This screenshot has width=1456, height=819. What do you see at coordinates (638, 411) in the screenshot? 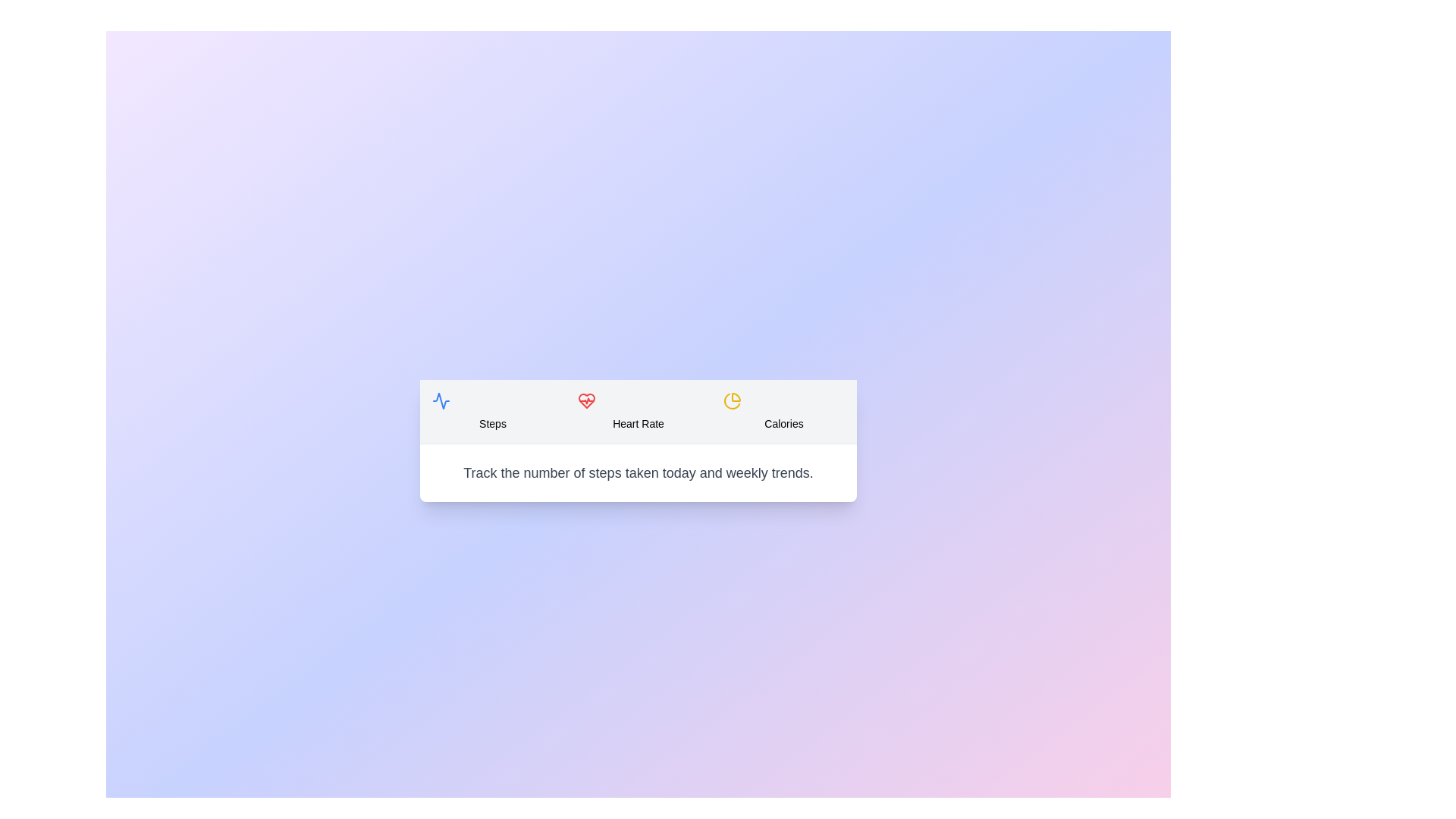
I see `the Heart Rate tab to view its content` at bounding box center [638, 411].